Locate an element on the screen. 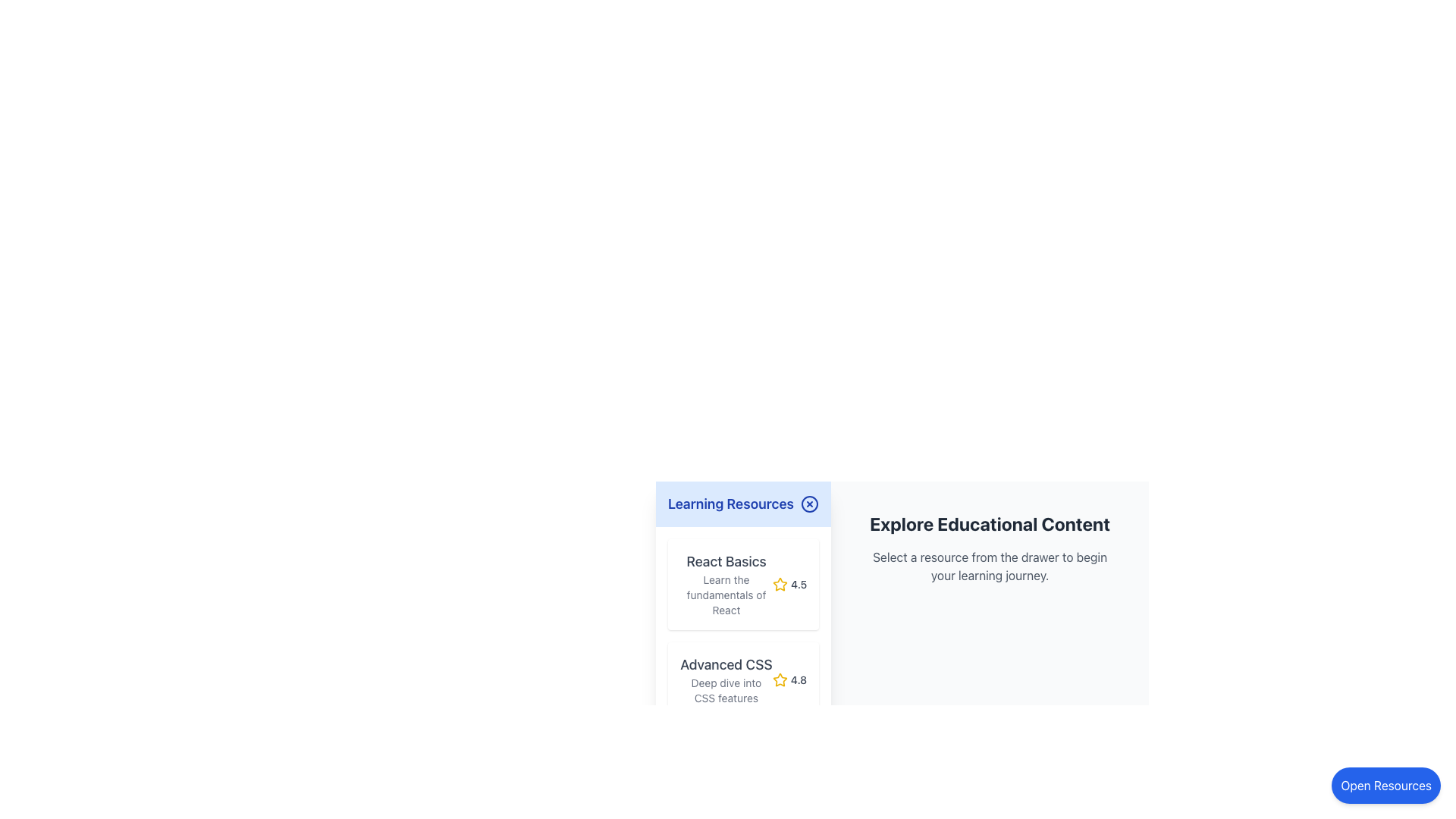 The image size is (1456, 819). the header of the panel, which includes a close button and serves as the title for the panel, to bring up a context menu is located at coordinates (743, 504).